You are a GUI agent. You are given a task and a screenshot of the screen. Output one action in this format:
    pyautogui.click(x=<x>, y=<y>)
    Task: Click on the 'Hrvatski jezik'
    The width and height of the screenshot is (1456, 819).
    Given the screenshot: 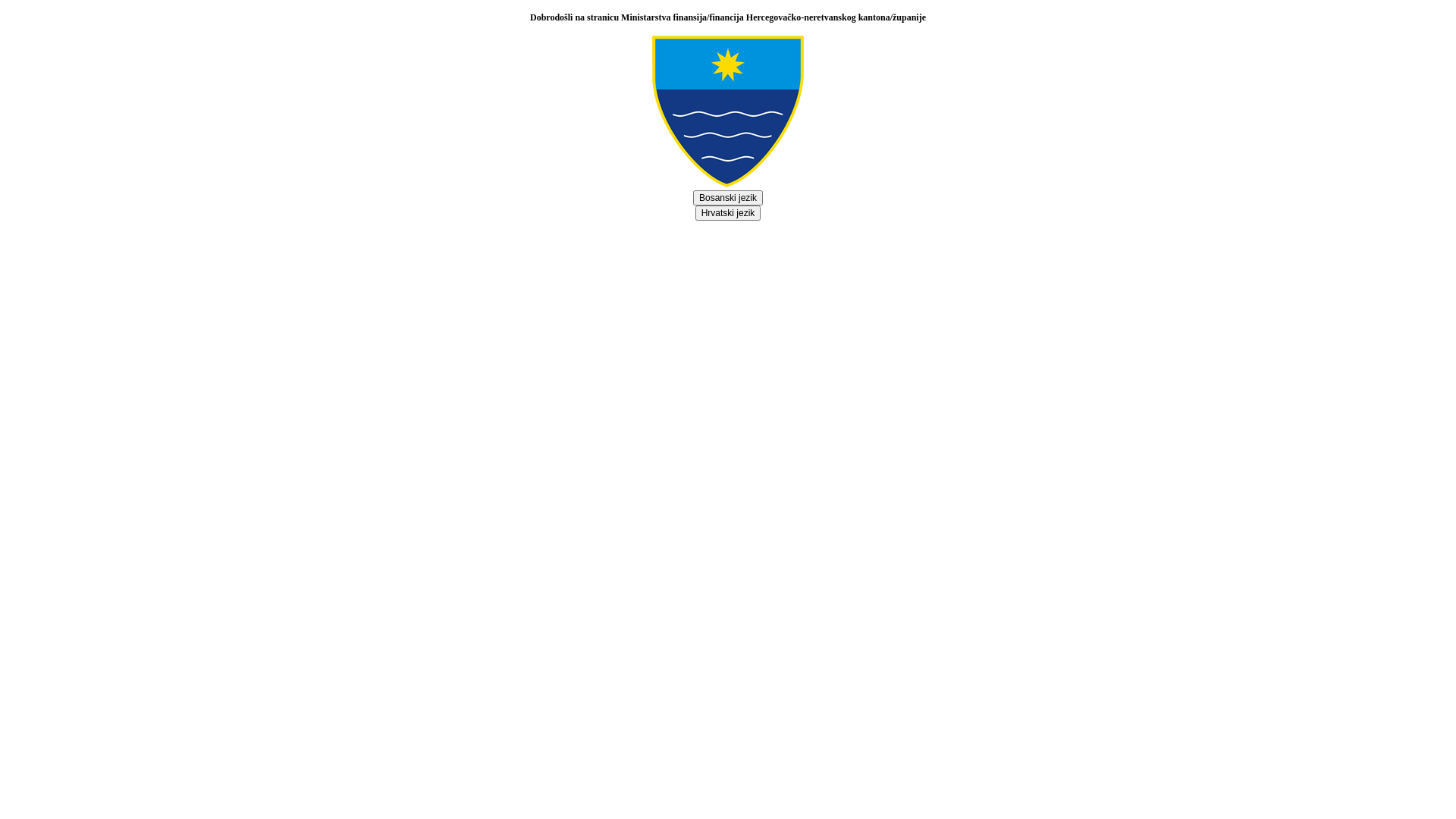 What is the action you would take?
    pyautogui.click(x=728, y=213)
    